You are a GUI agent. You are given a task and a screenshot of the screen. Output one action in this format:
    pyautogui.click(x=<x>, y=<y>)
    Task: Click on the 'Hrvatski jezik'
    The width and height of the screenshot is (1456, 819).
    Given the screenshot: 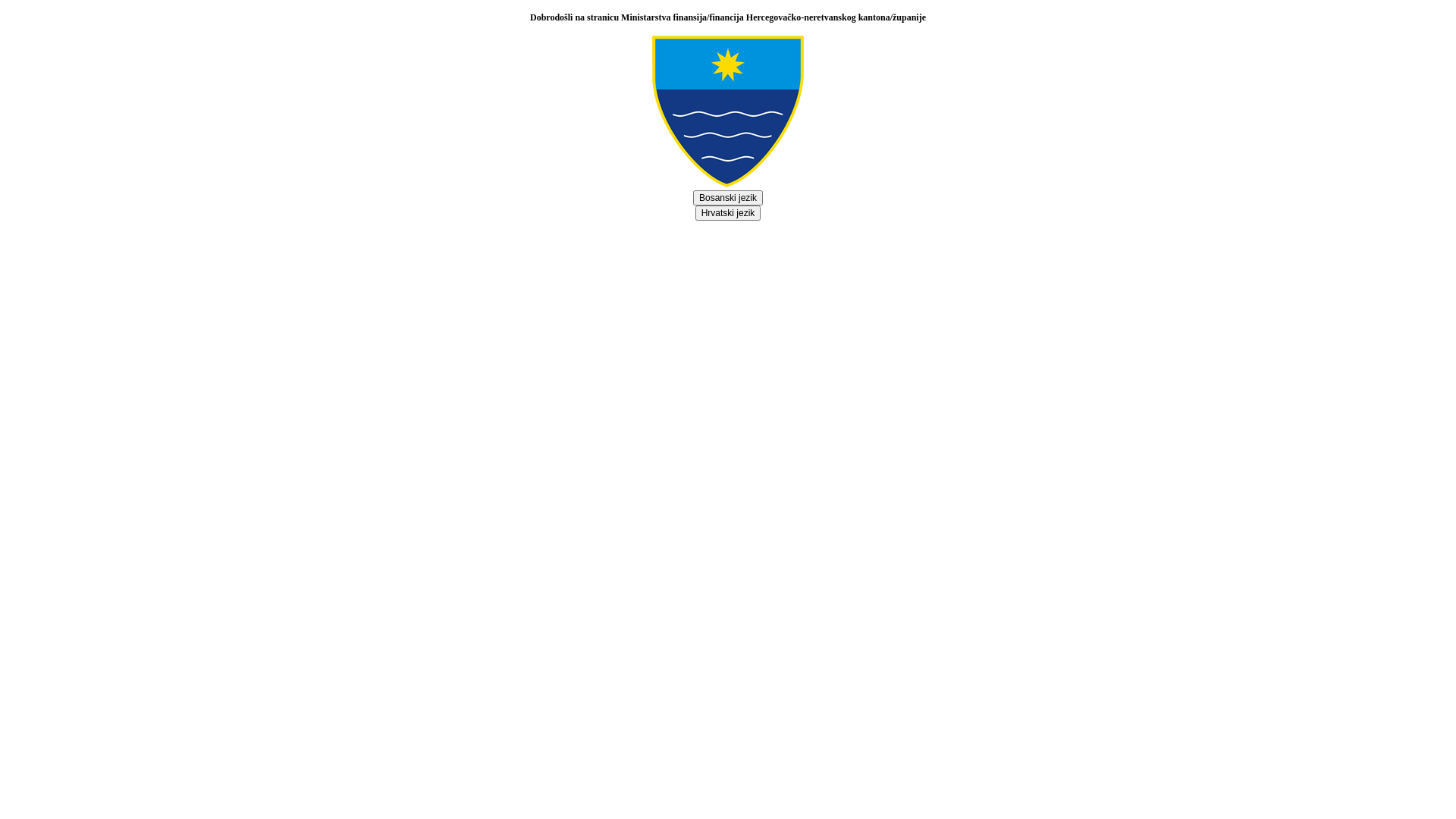 What is the action you would take?
    pyautogui.click(x=728, y=213)
    